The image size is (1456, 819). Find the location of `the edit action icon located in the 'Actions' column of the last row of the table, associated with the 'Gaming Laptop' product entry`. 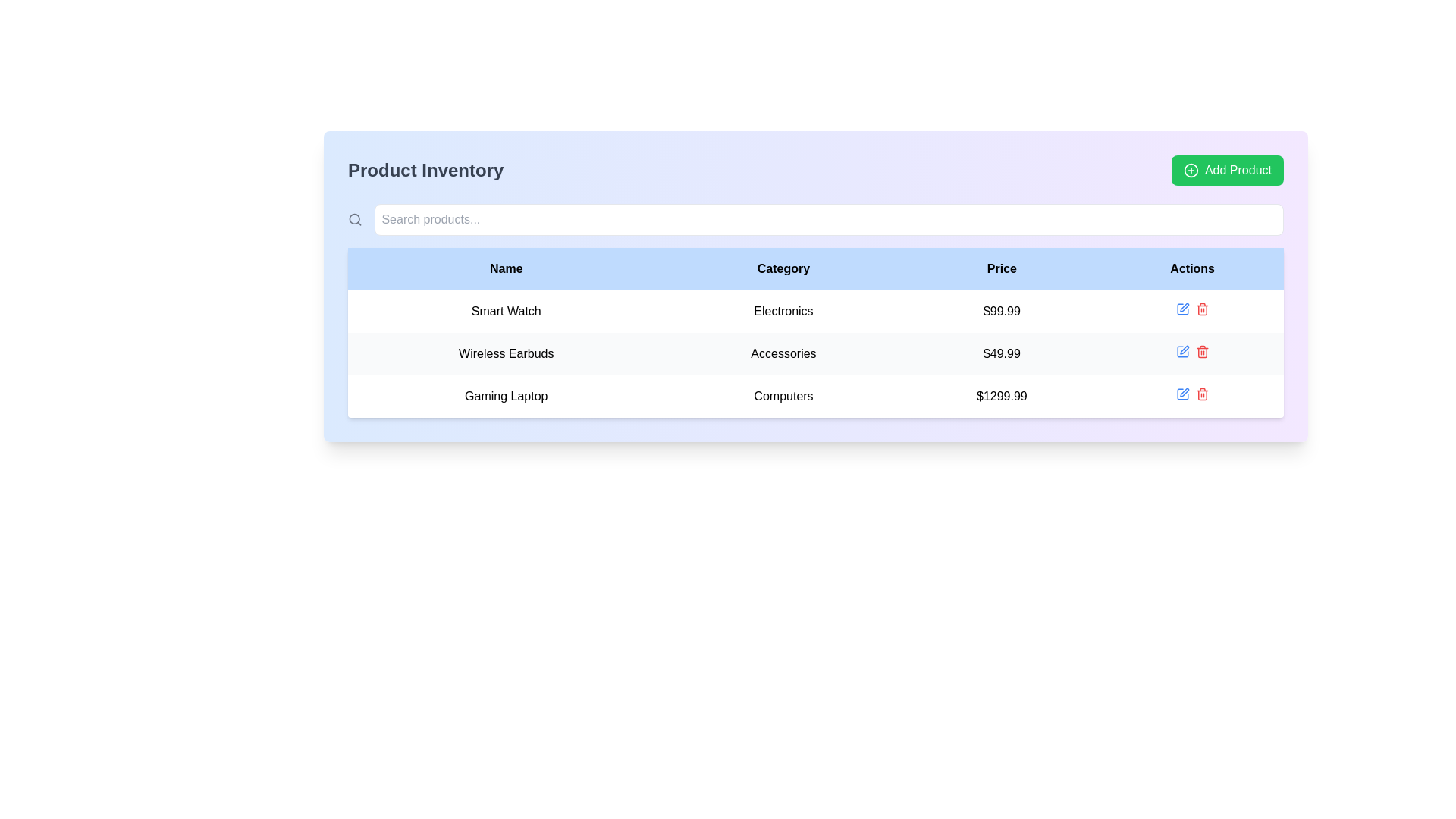

the edit action icon located in the 'Actions' column of the last row of the table, associated with the 'Gaming Laptop' product entry is located at coordinates (1181, 309).